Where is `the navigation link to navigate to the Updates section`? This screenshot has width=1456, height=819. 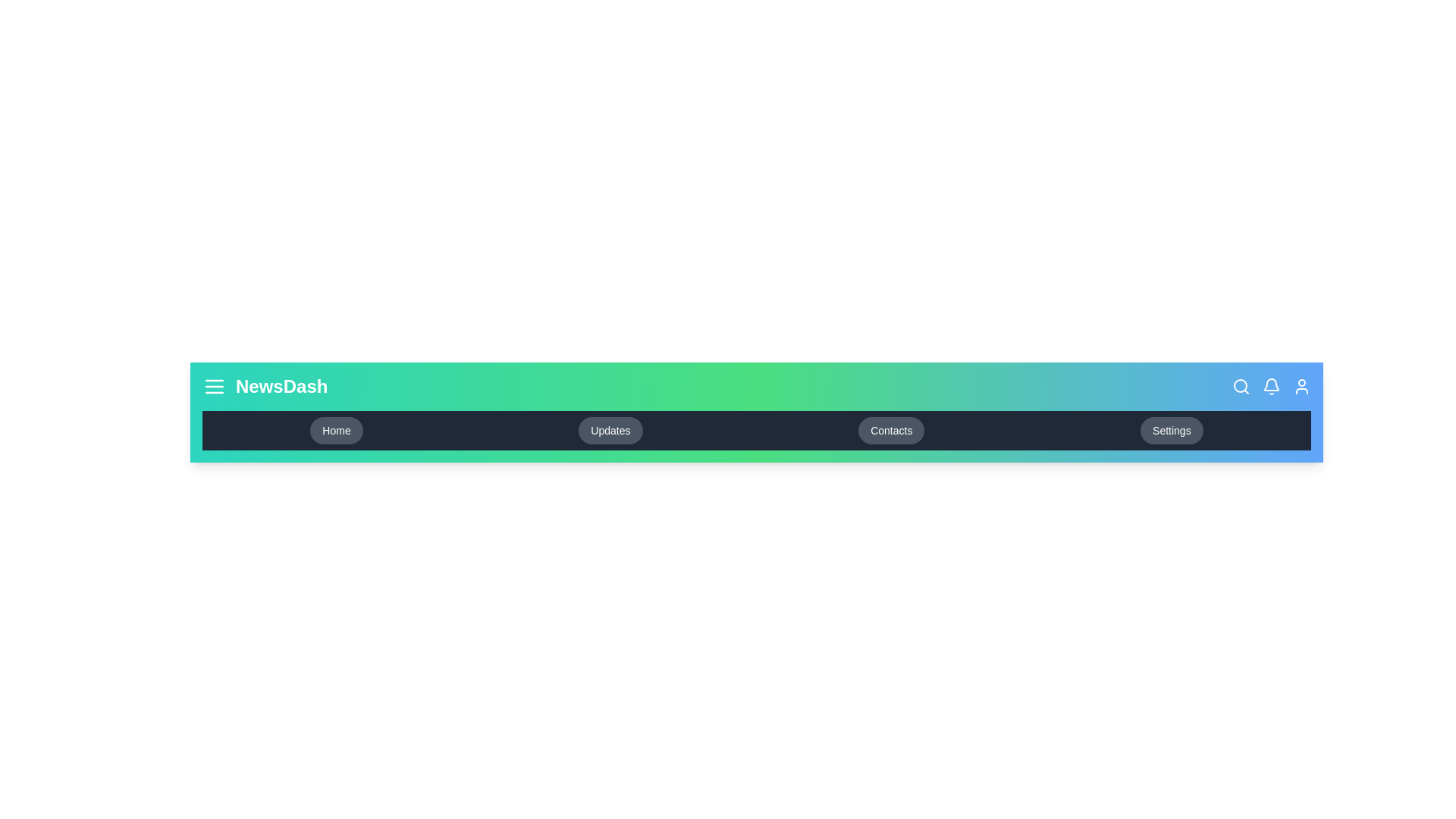 the navigation link to navigate to the Updates section is located at coordinates (610, 430).